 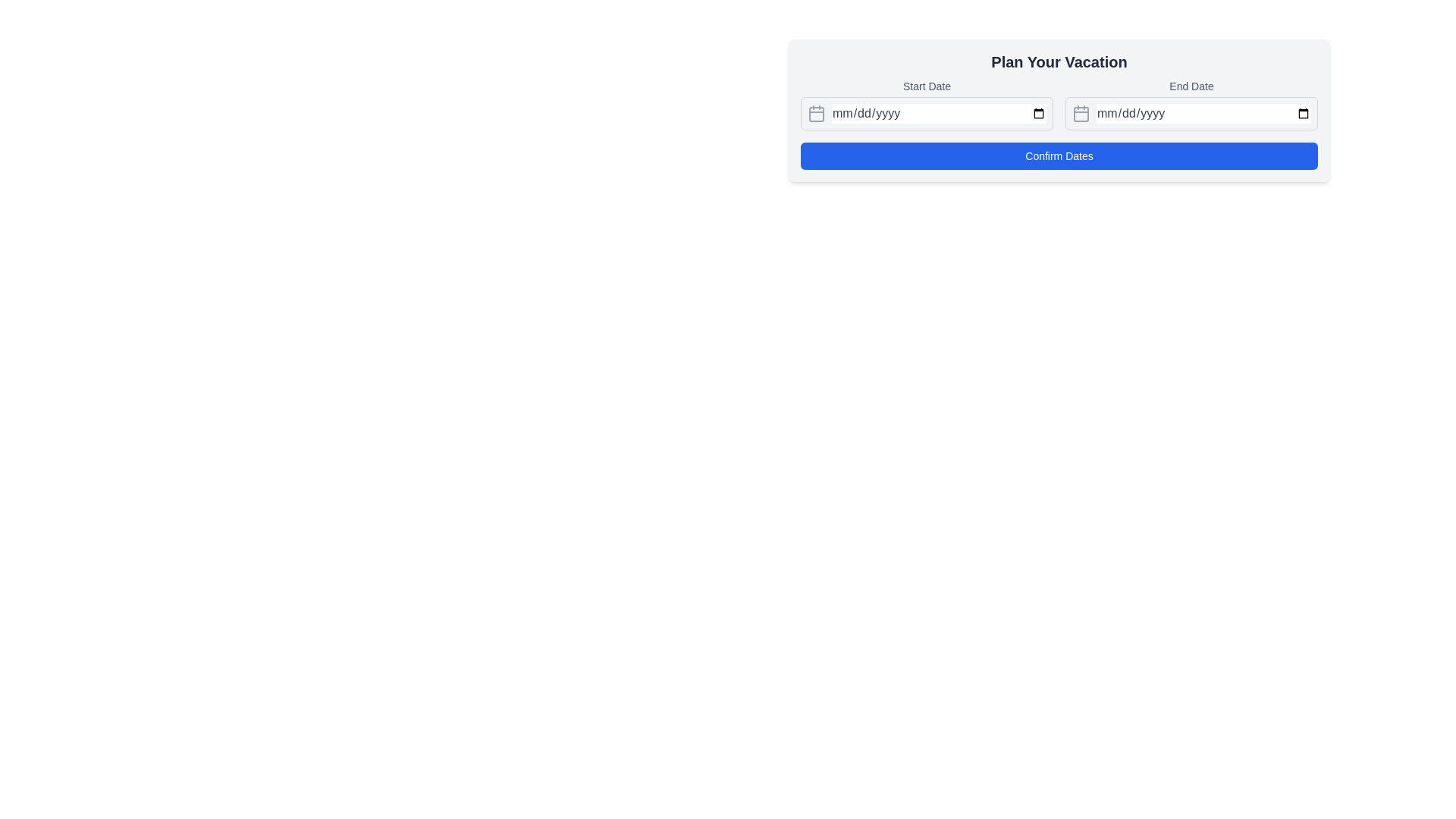 I want to click on the calendar icon with a gray outline located to the left of the 'End Date' input field in the 'Plan Your Vacation' UI module, so click(x=1080, y=113).